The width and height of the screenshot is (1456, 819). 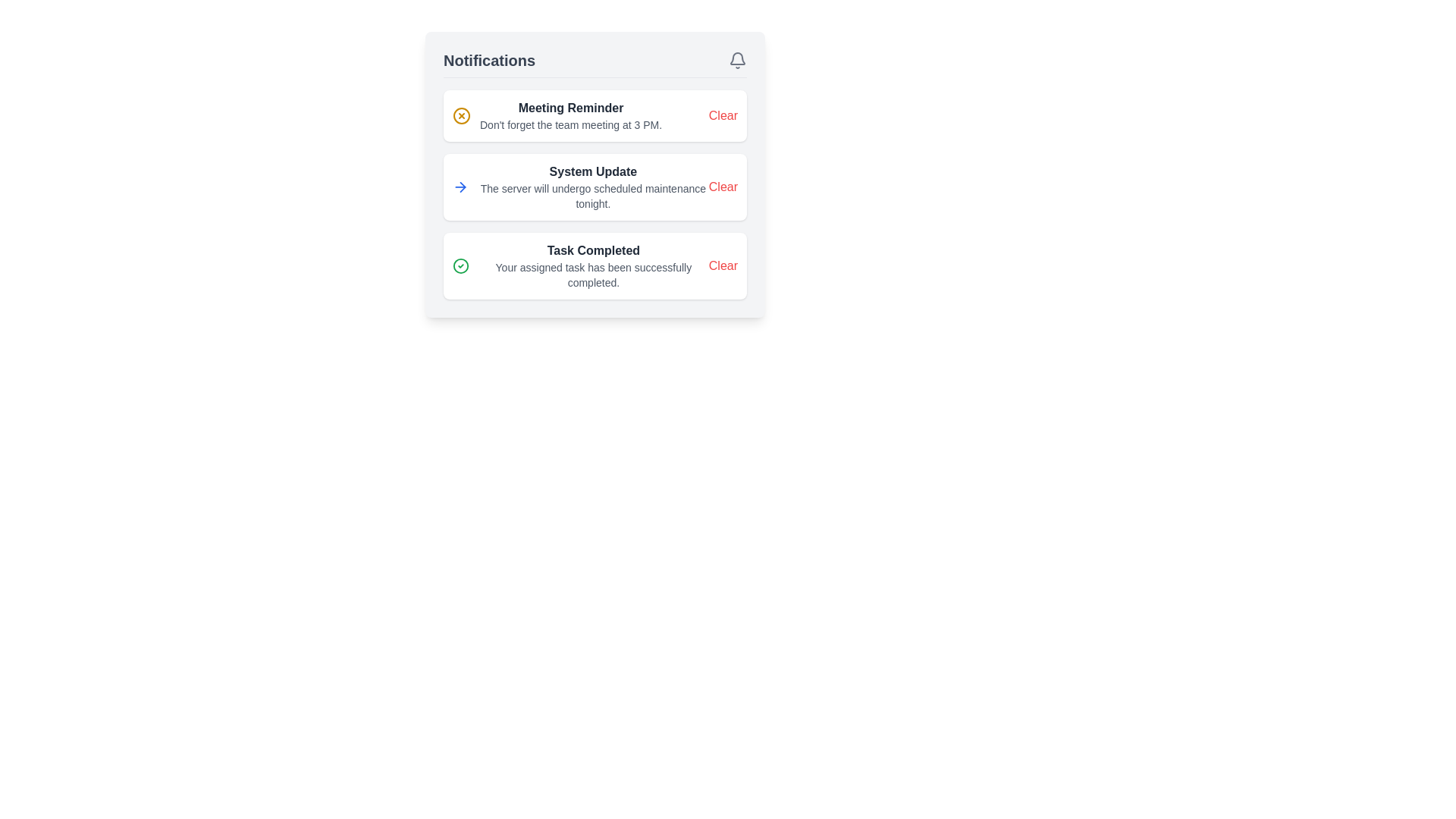 What do you see at coordinates (592, 171) in the screenshot?
I see `the 'System Update' text label, which is a prominent title in a notification box, styled in bold and dark gray color, located centrally in the second notification box` at bounding box center [592, 171].